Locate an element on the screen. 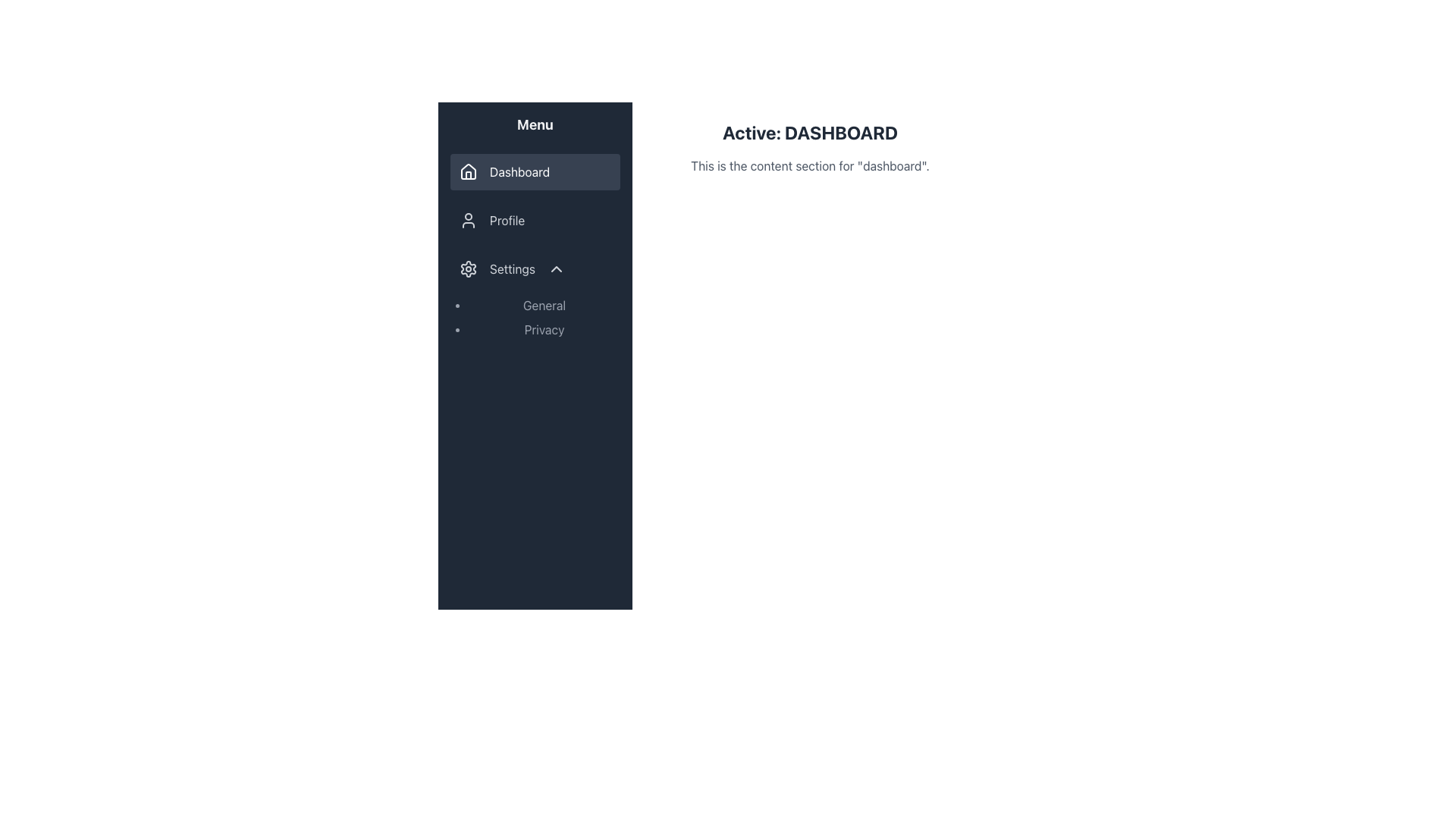 Image resolution: width=1456 pixels, height=819 pixels. the 'Dashboard' icon located in the sidebar navigation section, specifically positioned to the left of the 'Dashboard' menu item under the 'Menu' title is located at coordinates (468, 171).